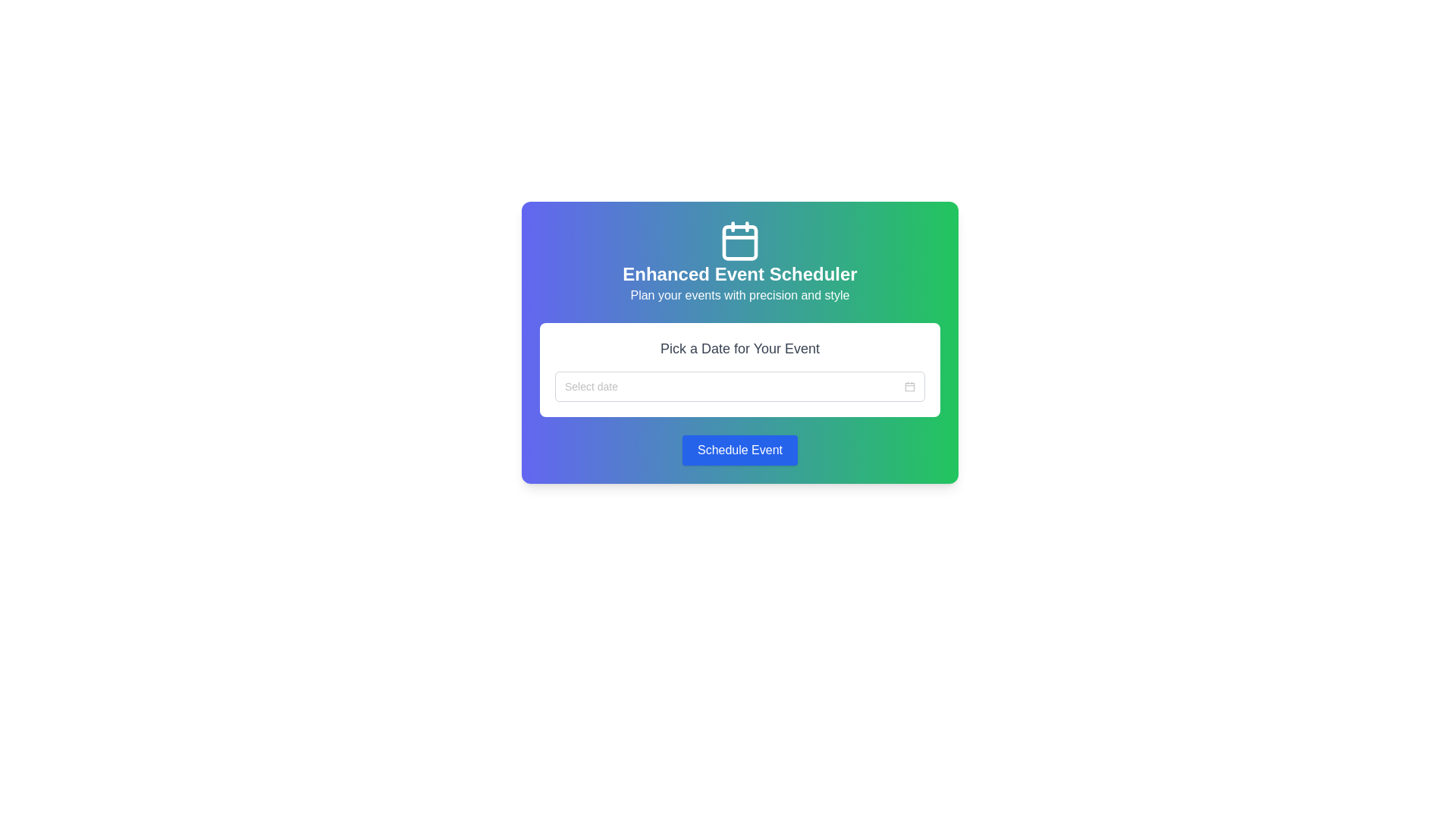  I want to click on the small calendar icon located to the far right inside the date selection input field, which is below the main header text in a gradient-colored modal interface, so click(910, 385).